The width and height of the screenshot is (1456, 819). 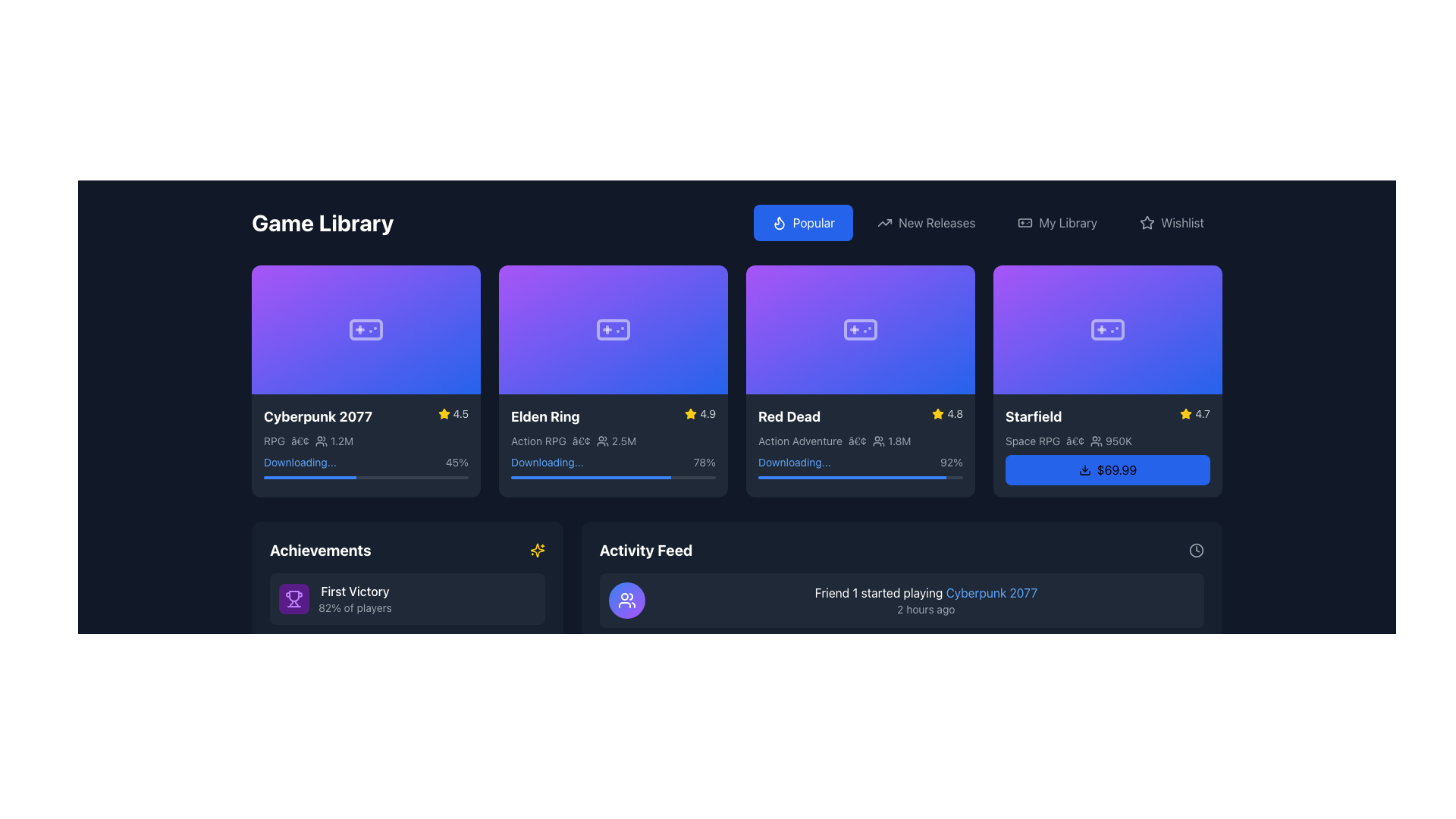 What do you see at coordinates (1181, 222) in the screenshot?
I see `the 'Wishlist' text label, which is displayed in light gray font and is located in the top-right corner of the navigation bar, following the star icon` at bounding box center [1181, 222].